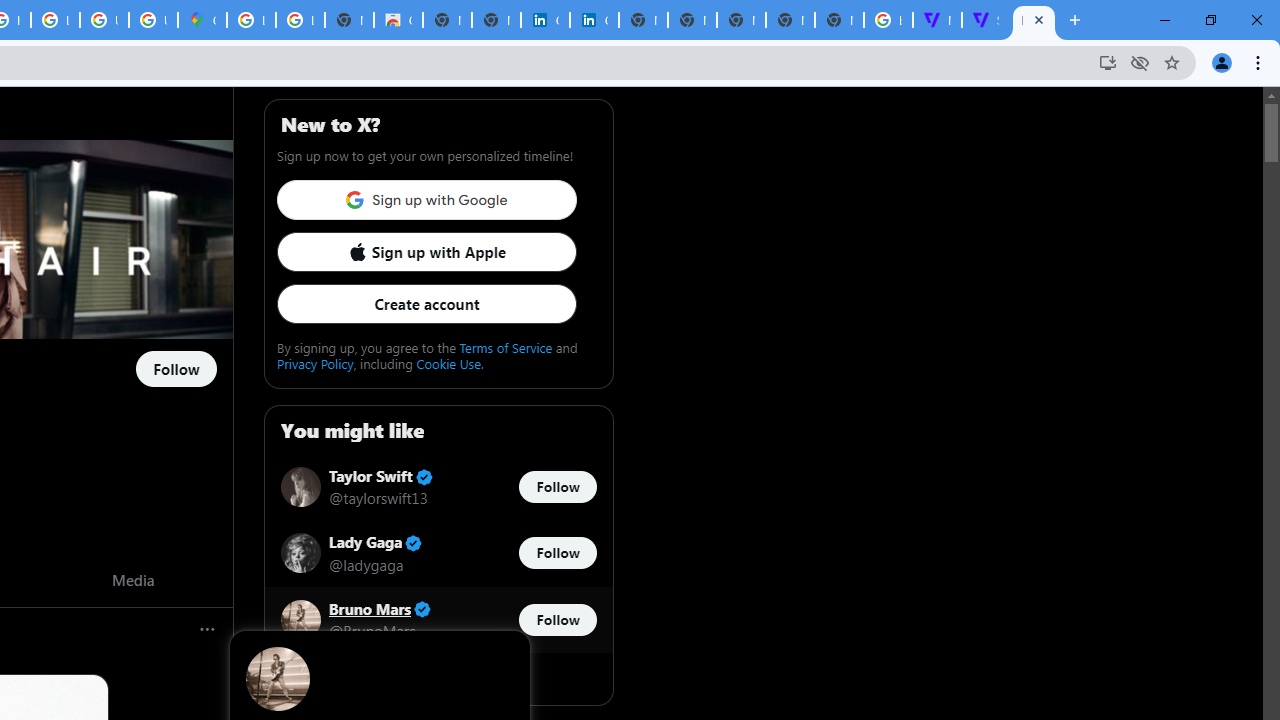 The width and height of the screenshot is (1280, 720). Describe the element at coordinates (380, 608) in the screenshot. I see `'Bruno Mars Verified account'` at that location.